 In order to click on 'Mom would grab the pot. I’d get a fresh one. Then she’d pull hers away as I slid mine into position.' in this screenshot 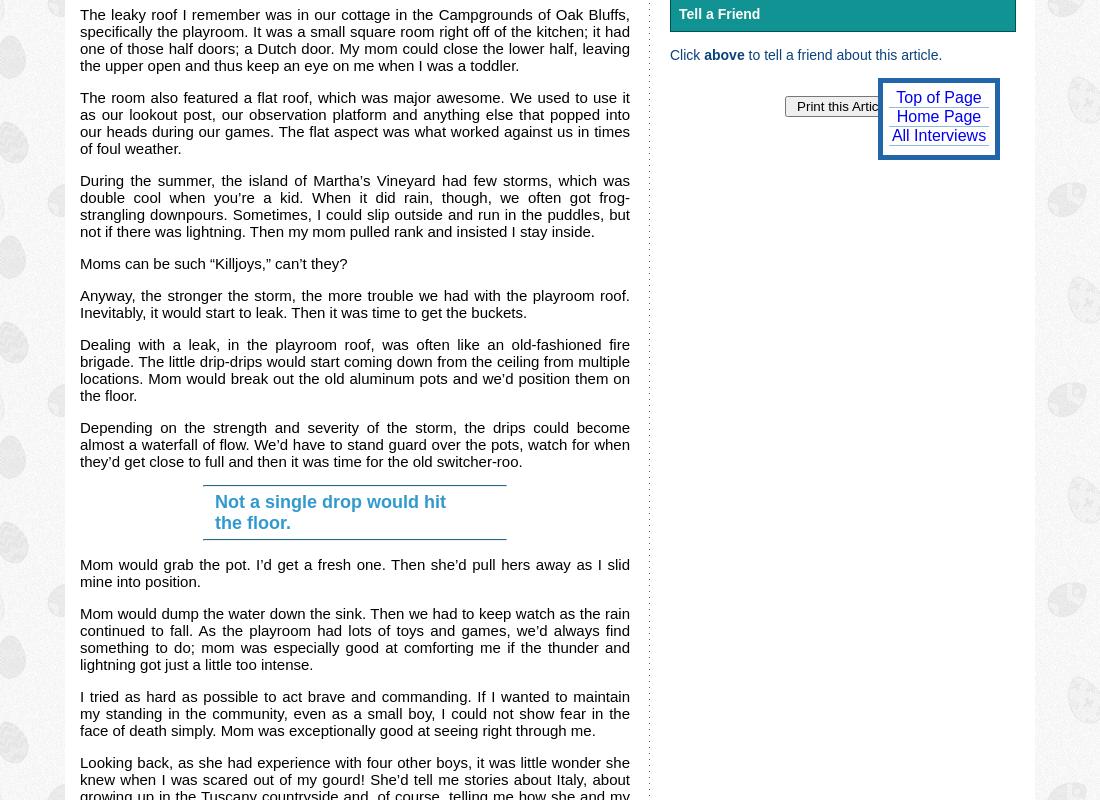, I will do `click(79, 572)`.